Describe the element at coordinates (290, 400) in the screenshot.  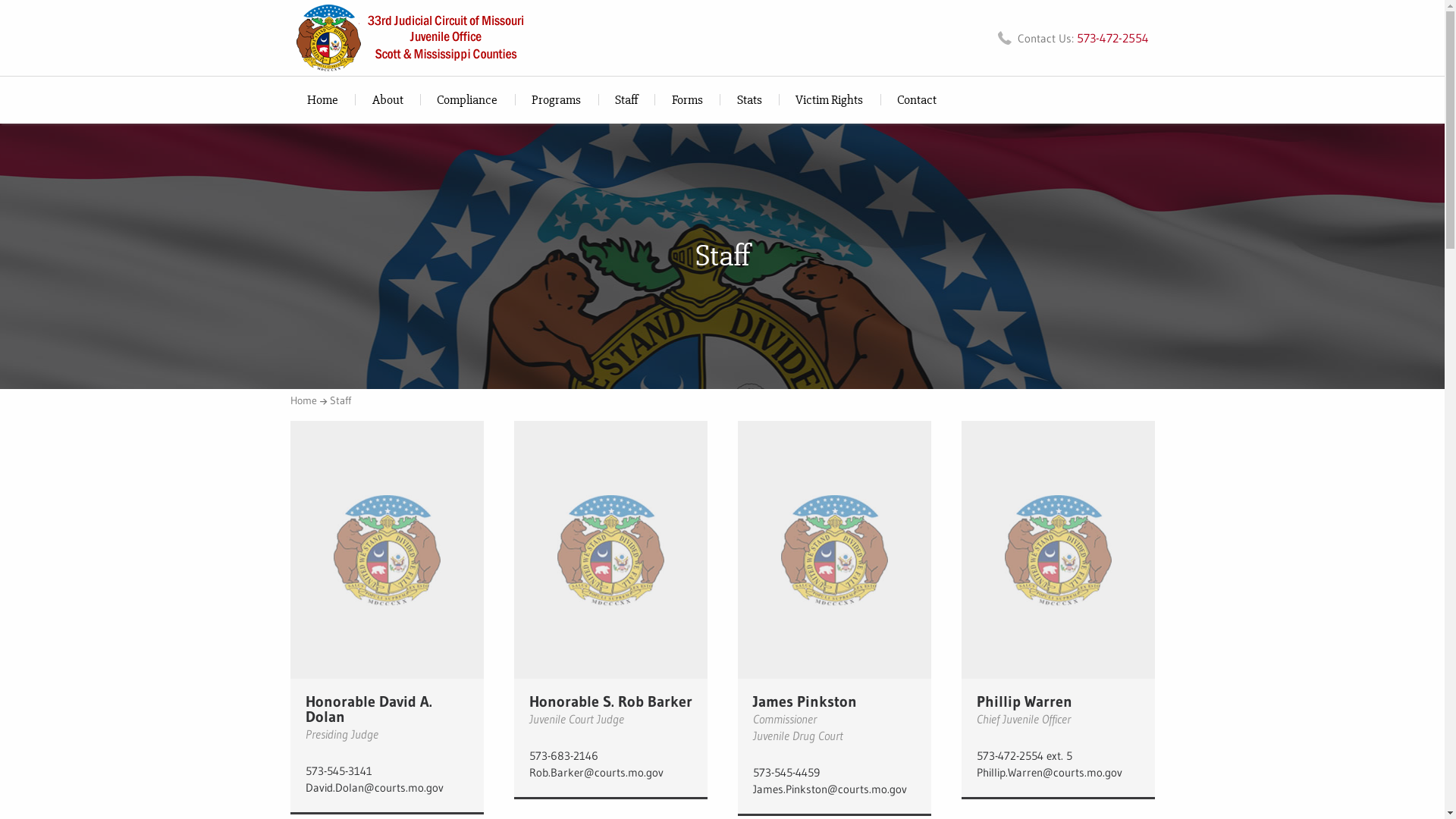
I see `'Home'` at that location.